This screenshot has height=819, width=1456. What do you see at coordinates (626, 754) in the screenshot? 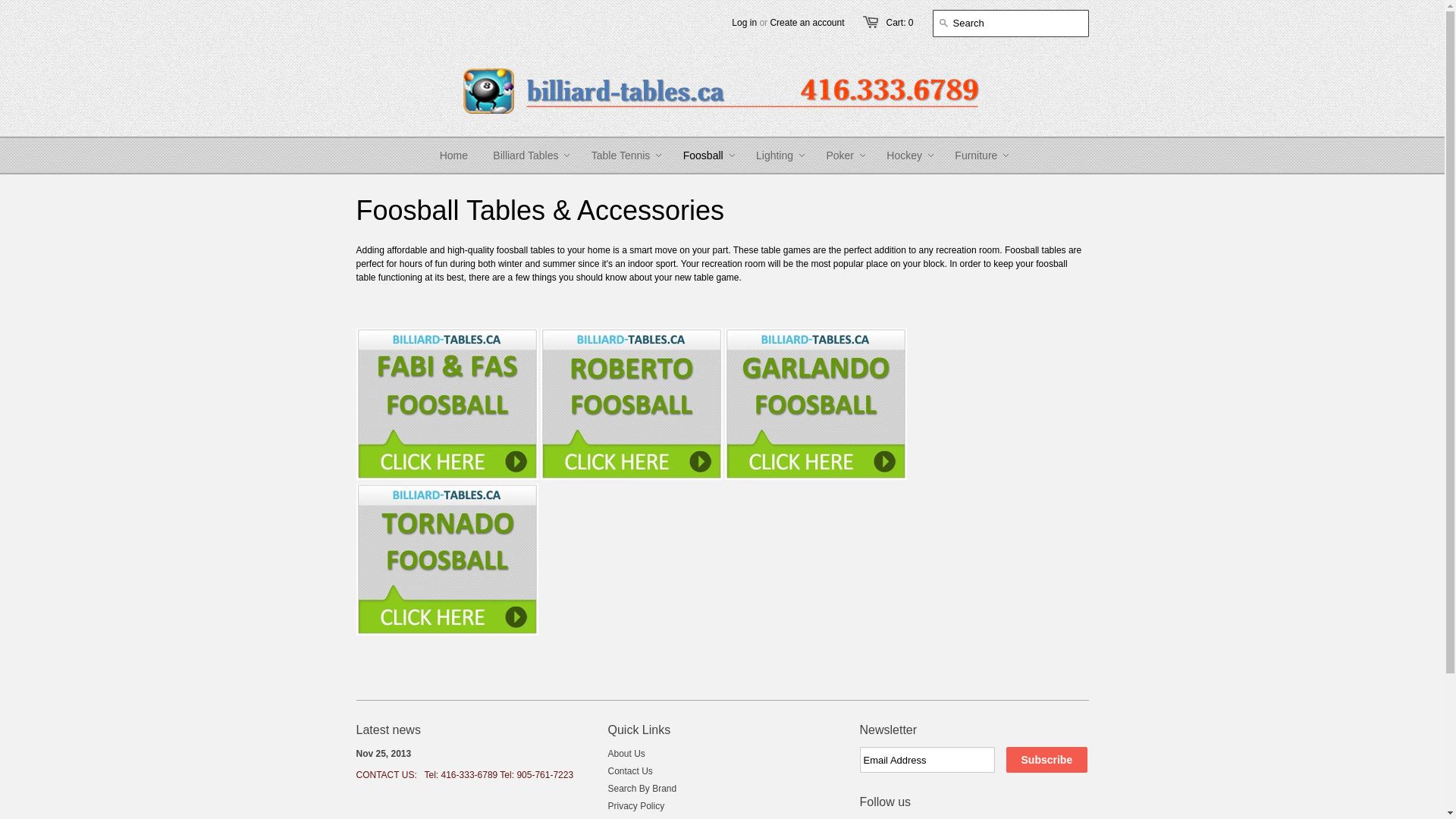
I see `'About Us'` at bounding box center [626, 754].